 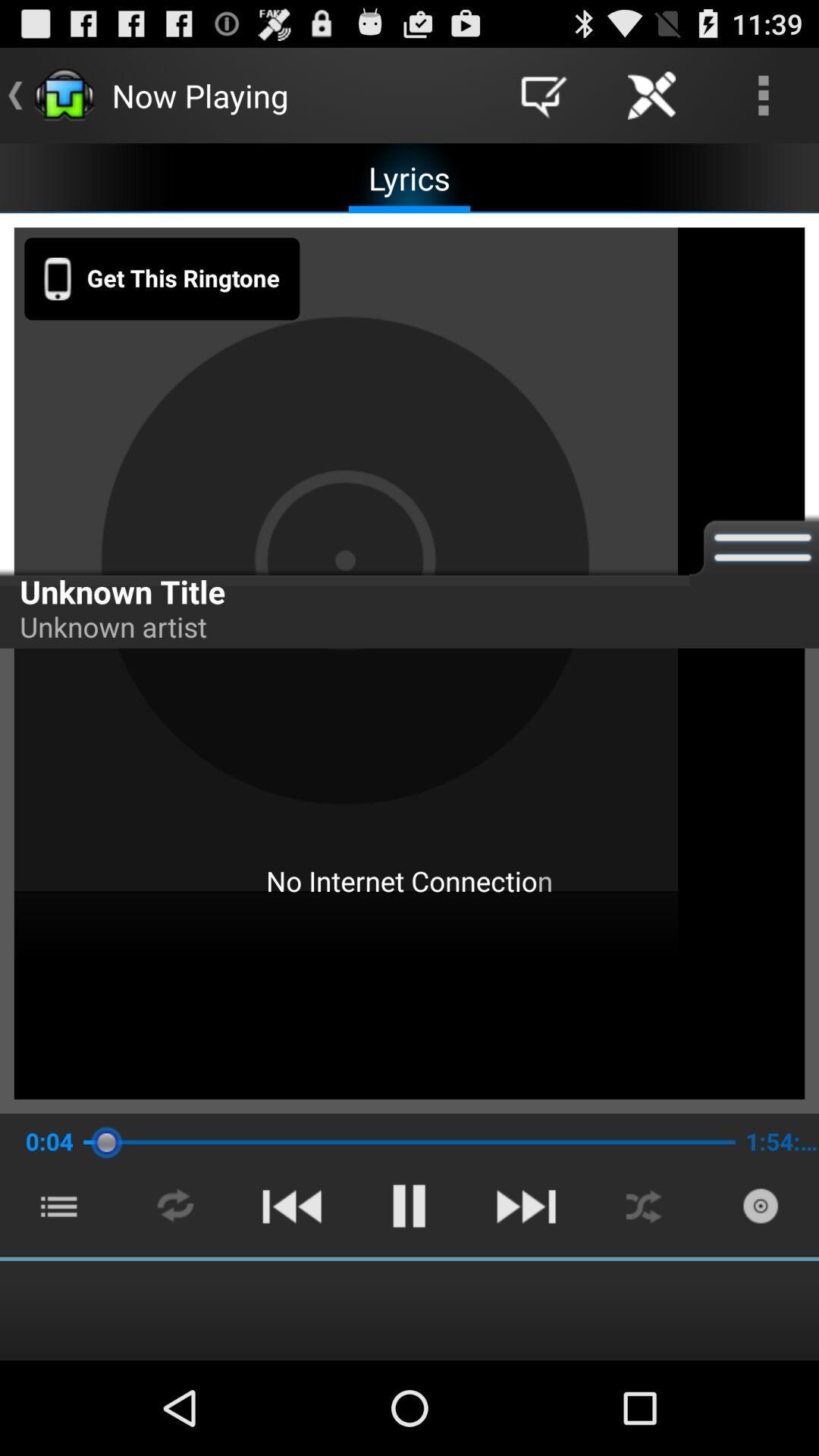 What do you see at coordinates (291, 1290) in the screenshot?
I see `the av_rewind icon` at bounding box center [291, 1290].